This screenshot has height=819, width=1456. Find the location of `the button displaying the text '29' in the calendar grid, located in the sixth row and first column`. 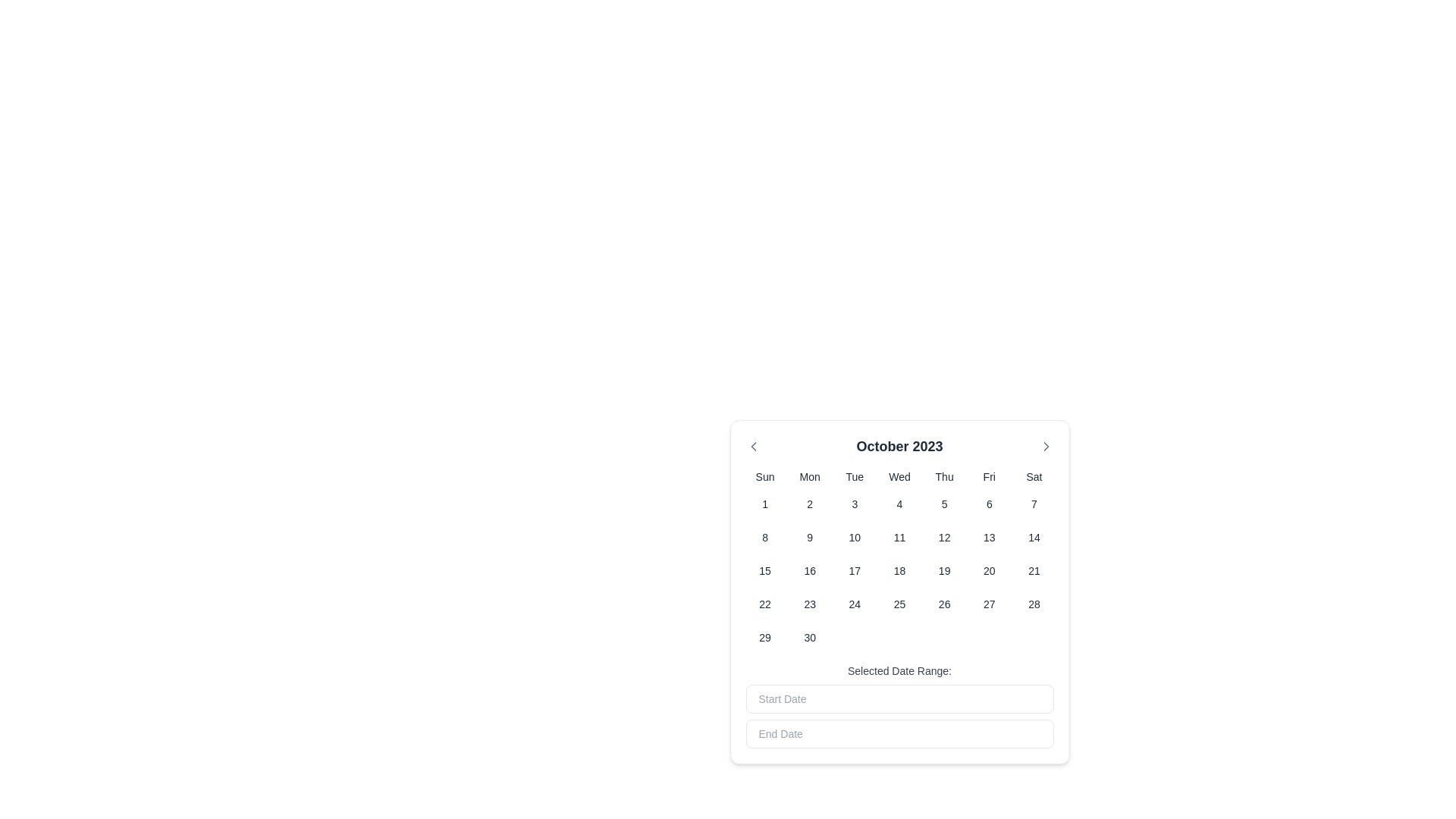

the button displaying the text '29' in the calendar grid, located in the sixth row and first column is located at coordinates (765, 637).